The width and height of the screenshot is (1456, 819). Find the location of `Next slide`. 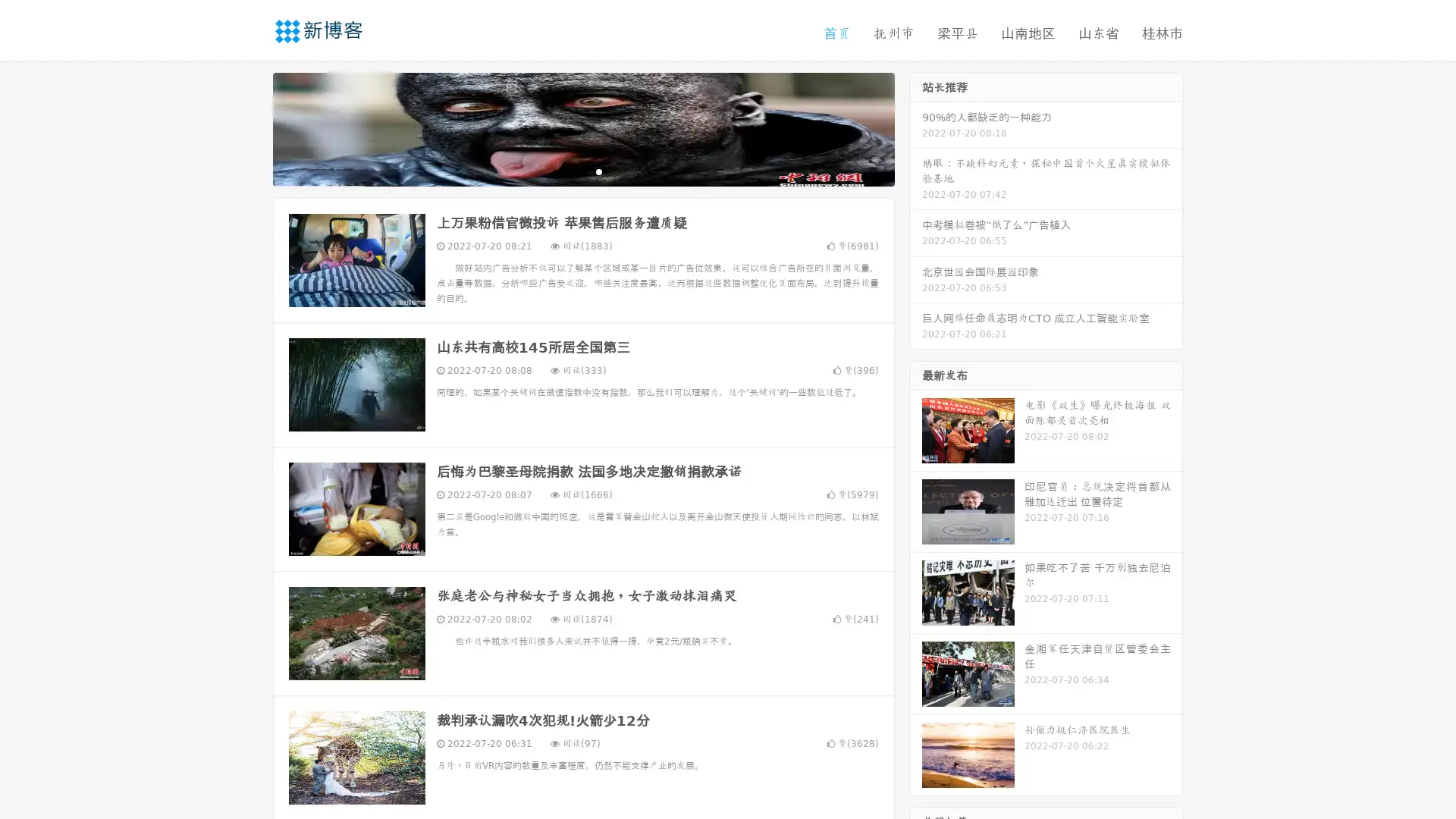

Next slide is located at coordinates (916, 127).